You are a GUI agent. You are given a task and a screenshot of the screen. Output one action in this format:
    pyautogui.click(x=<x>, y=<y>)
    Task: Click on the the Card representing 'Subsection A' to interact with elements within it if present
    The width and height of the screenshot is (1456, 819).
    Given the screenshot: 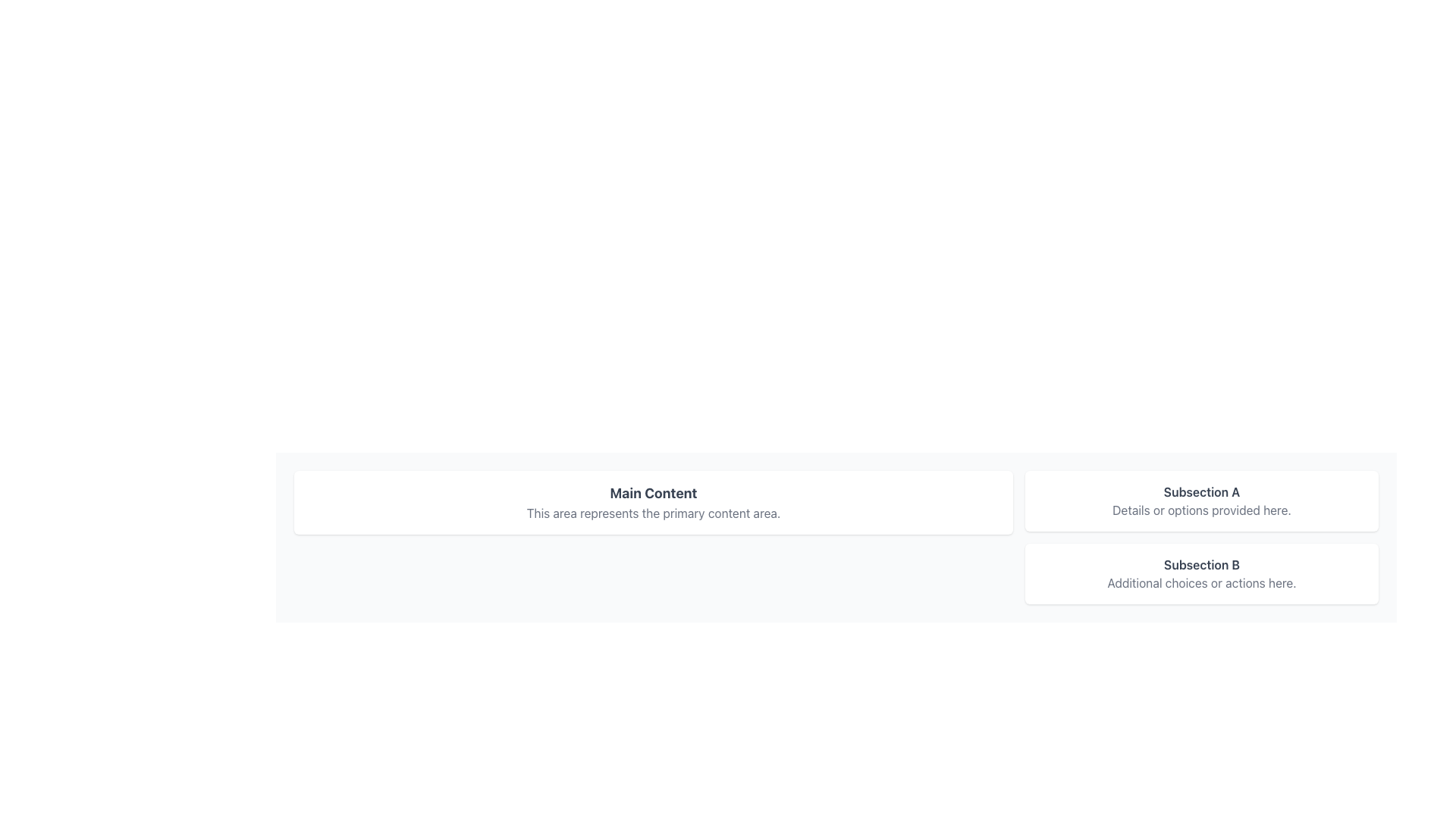 What is the action you would take?
    pyautogui.click(x=1200, y=500)
    